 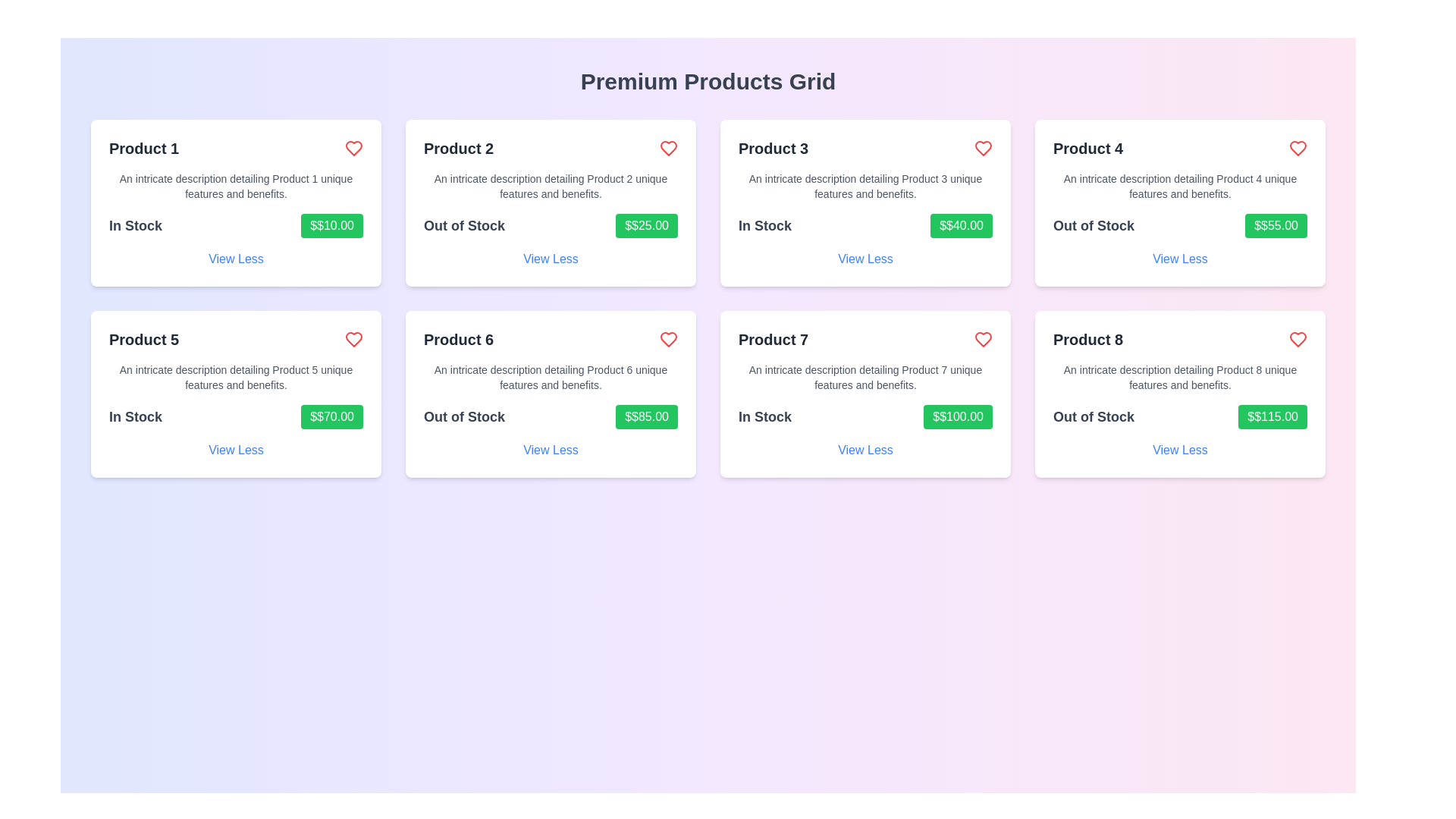 What do you see at coordinates (764, 225) in the screenshot?
I see `the 'In Stock' text label located in the third product card of the grid layout, which is styled in bold dark gray and positioned above the 'View Less' link` at bounding box center [764, 225].